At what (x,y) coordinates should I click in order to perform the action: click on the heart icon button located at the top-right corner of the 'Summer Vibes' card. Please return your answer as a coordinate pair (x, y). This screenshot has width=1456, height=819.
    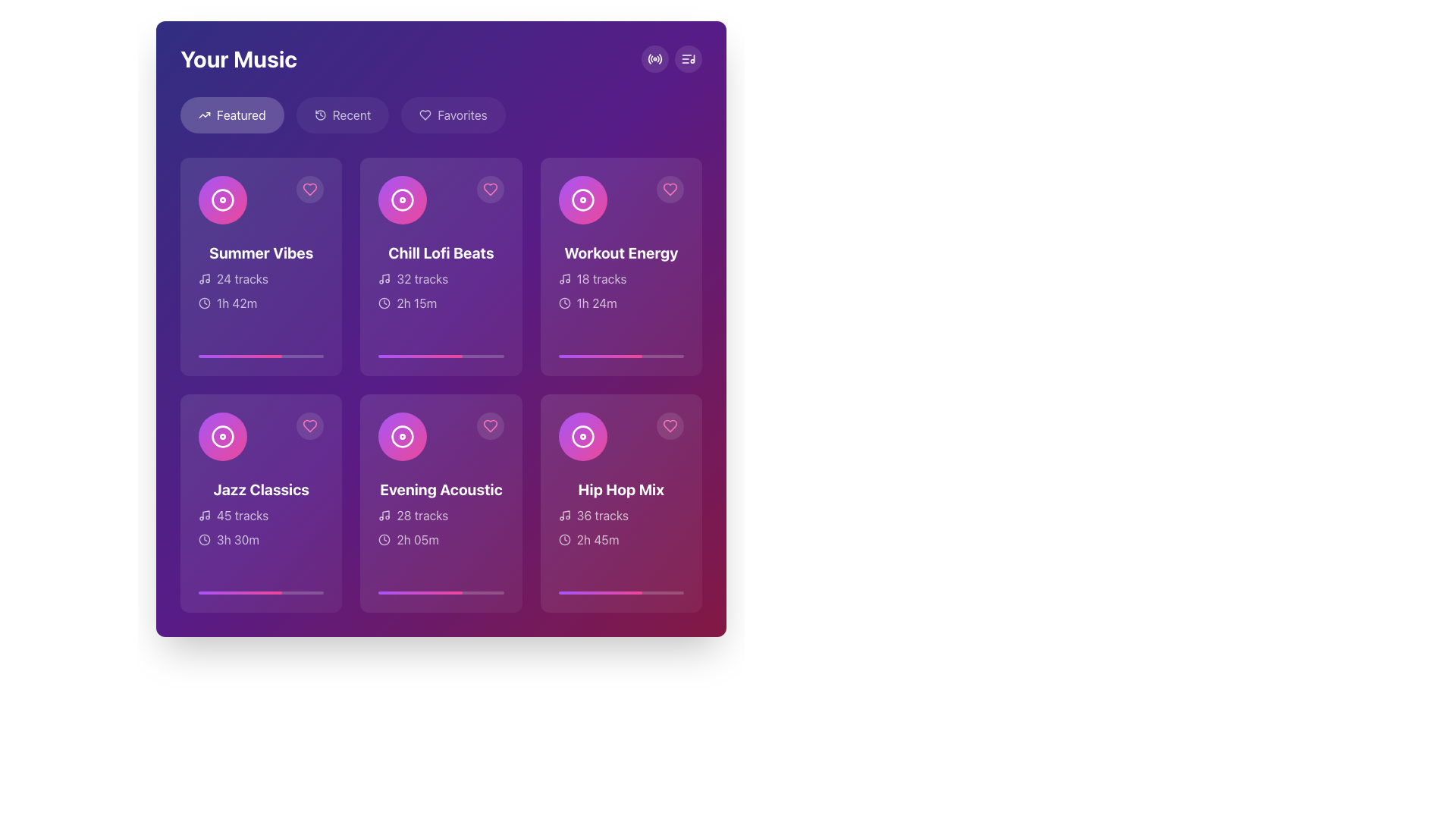
    Looking at the image, I should click on (309, 189).